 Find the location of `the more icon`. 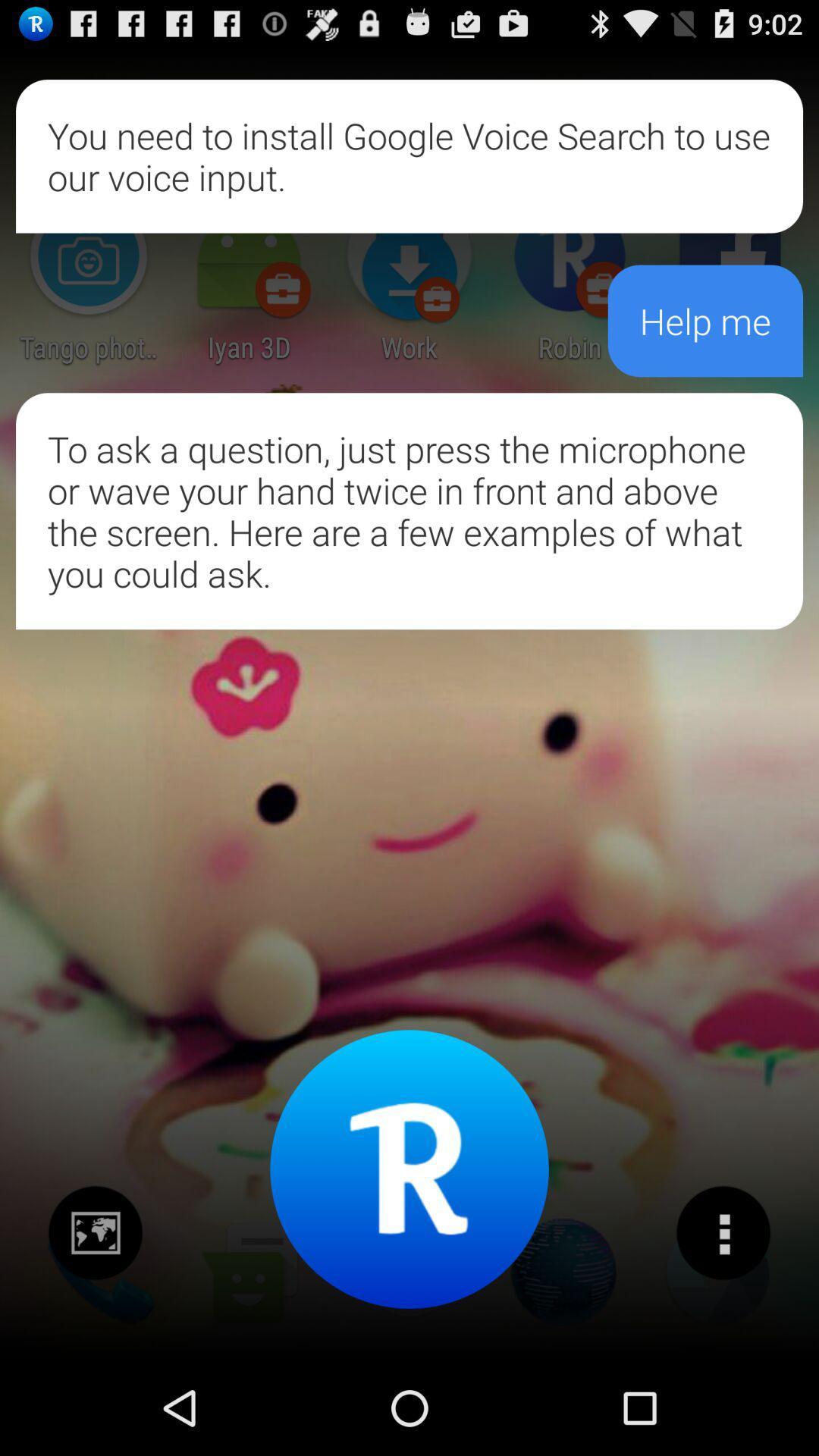

the more icon is located at coordinates (722, 1319).